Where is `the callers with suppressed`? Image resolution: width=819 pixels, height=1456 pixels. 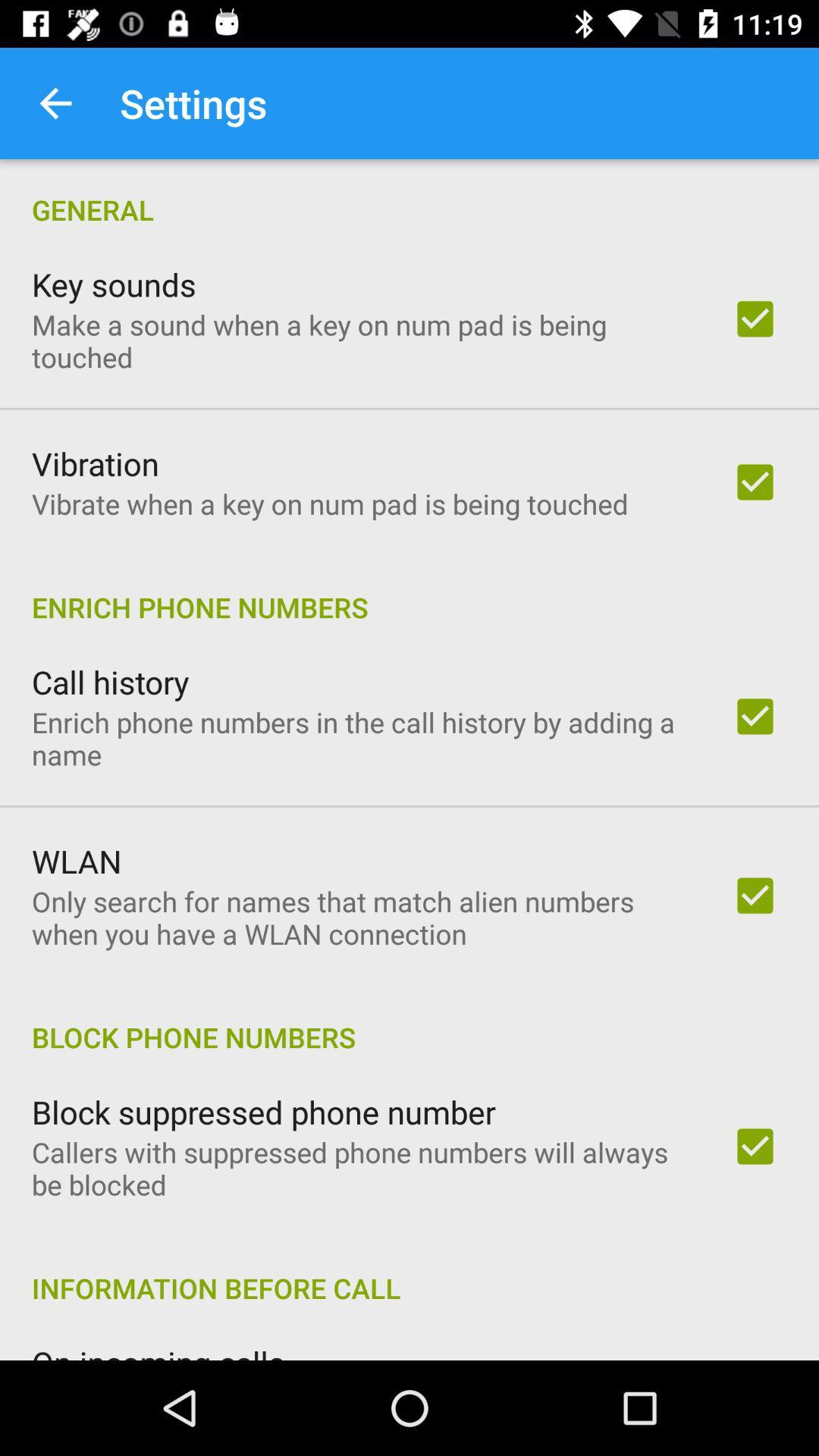 the callers with suppressed is located at coordinates (362, 1167).